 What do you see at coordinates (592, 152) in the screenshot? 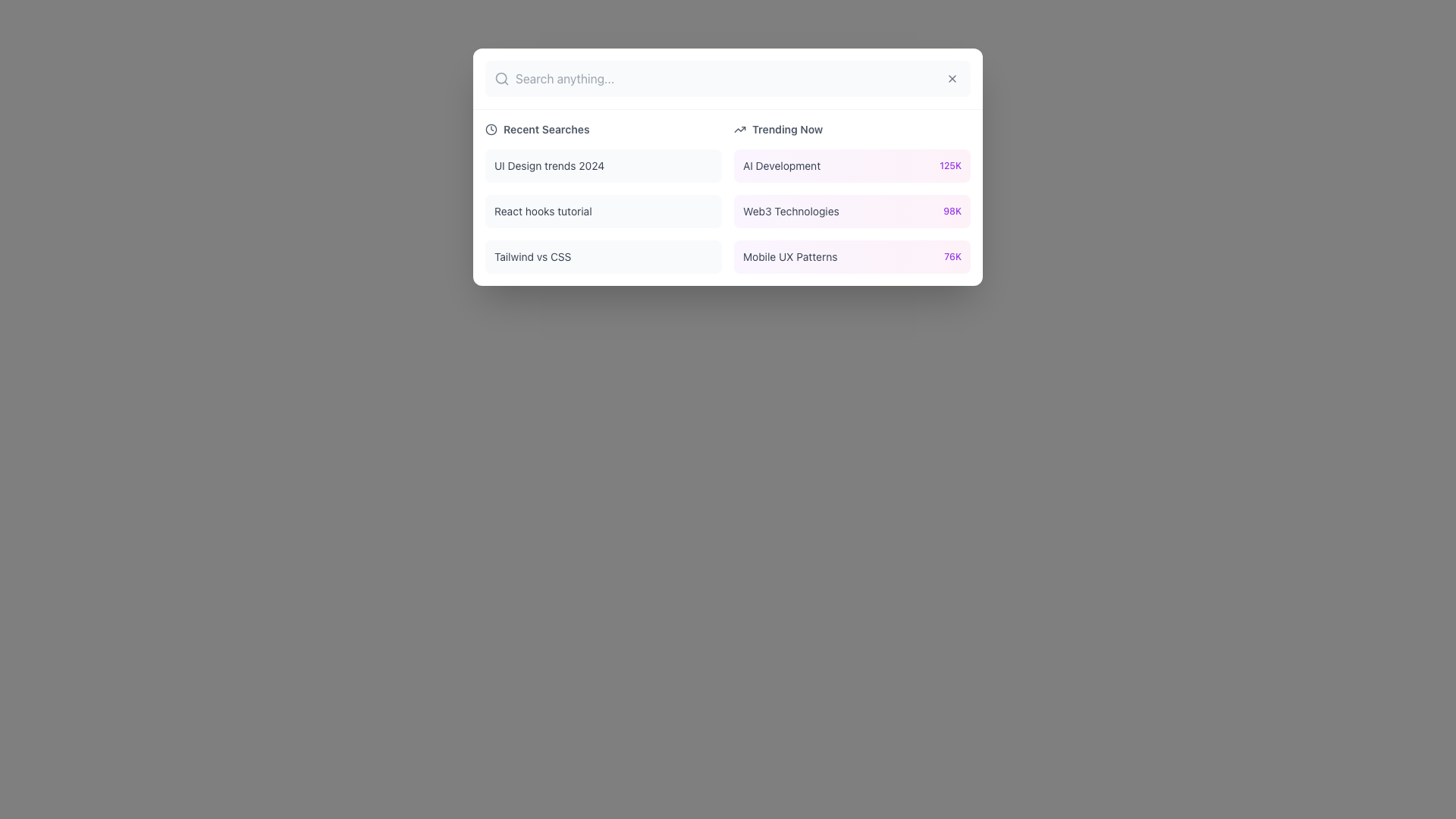
I see `the clickable list item displaying 'UI Design trends 2024'` at bounding box center [592, 152].